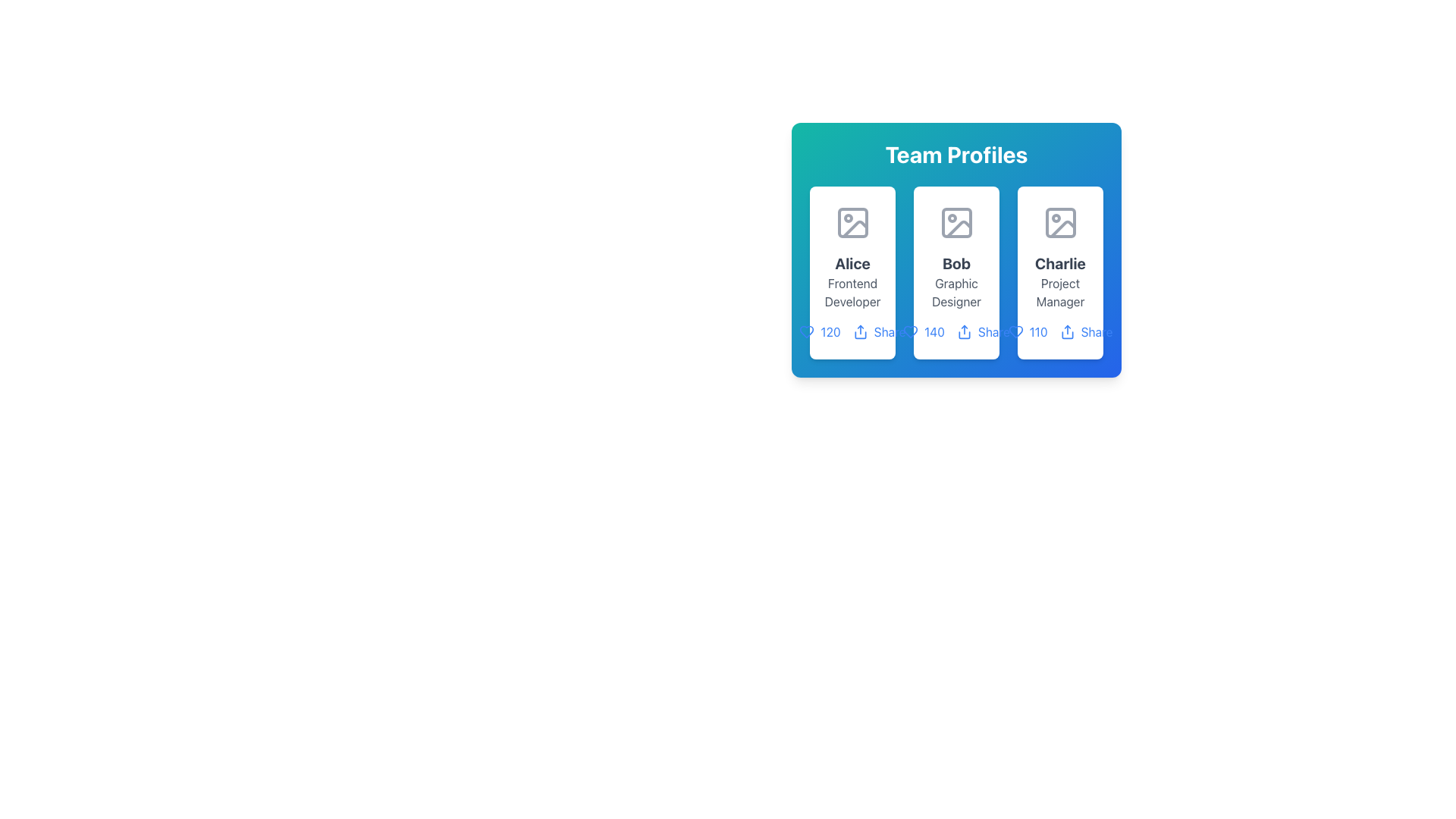 The image size is (1456, 819). What do you see at coordinates (806, 331) in the screenshot?
I see `the blue heart icon representing 'like' status next to the number '120' in the 'Team Profiles' section under 'Alice - Frontend Developer'` at bounding box center [806, 331].